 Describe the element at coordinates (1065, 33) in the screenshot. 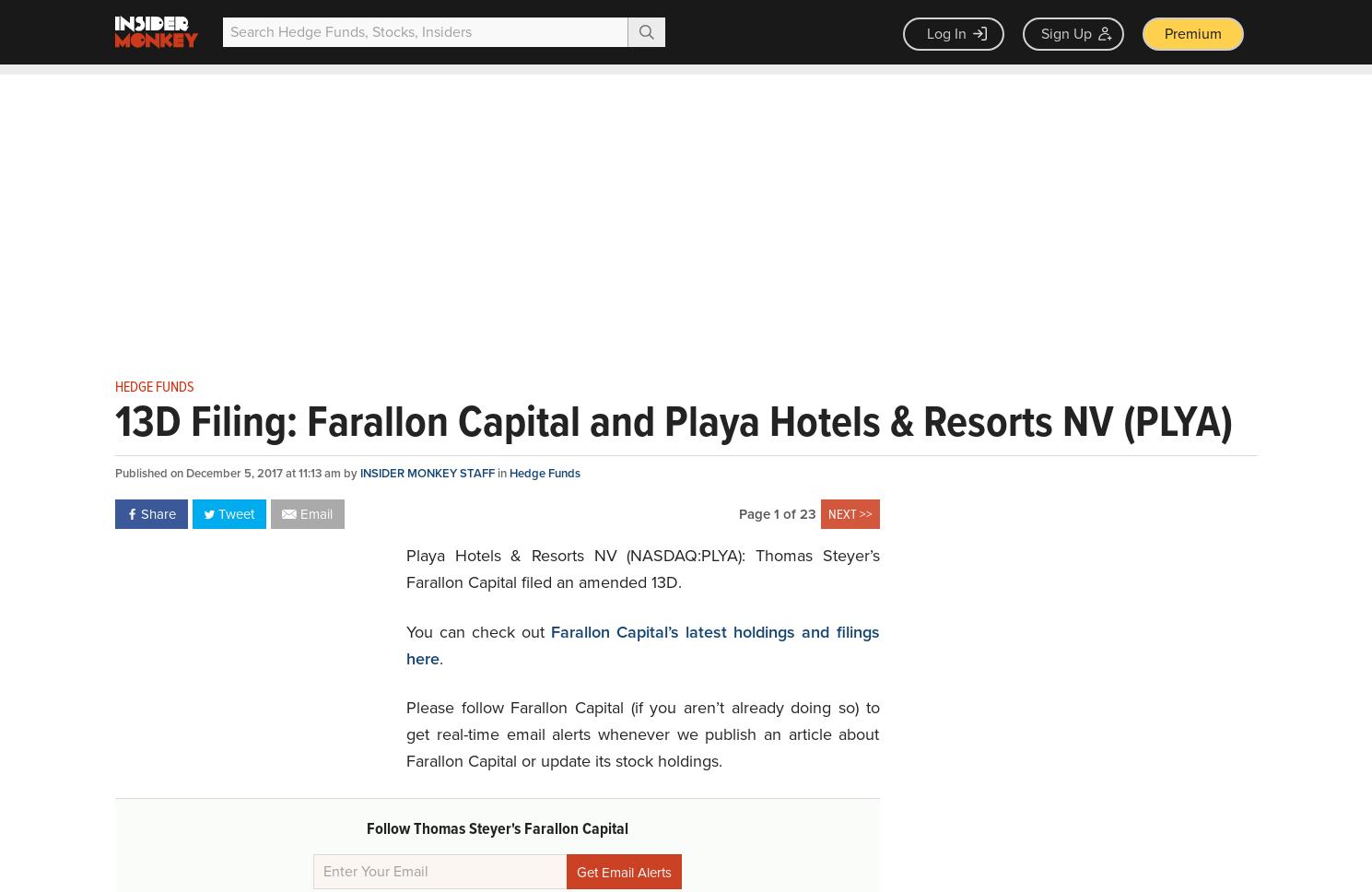

I see `'Sign Up'` at that location.